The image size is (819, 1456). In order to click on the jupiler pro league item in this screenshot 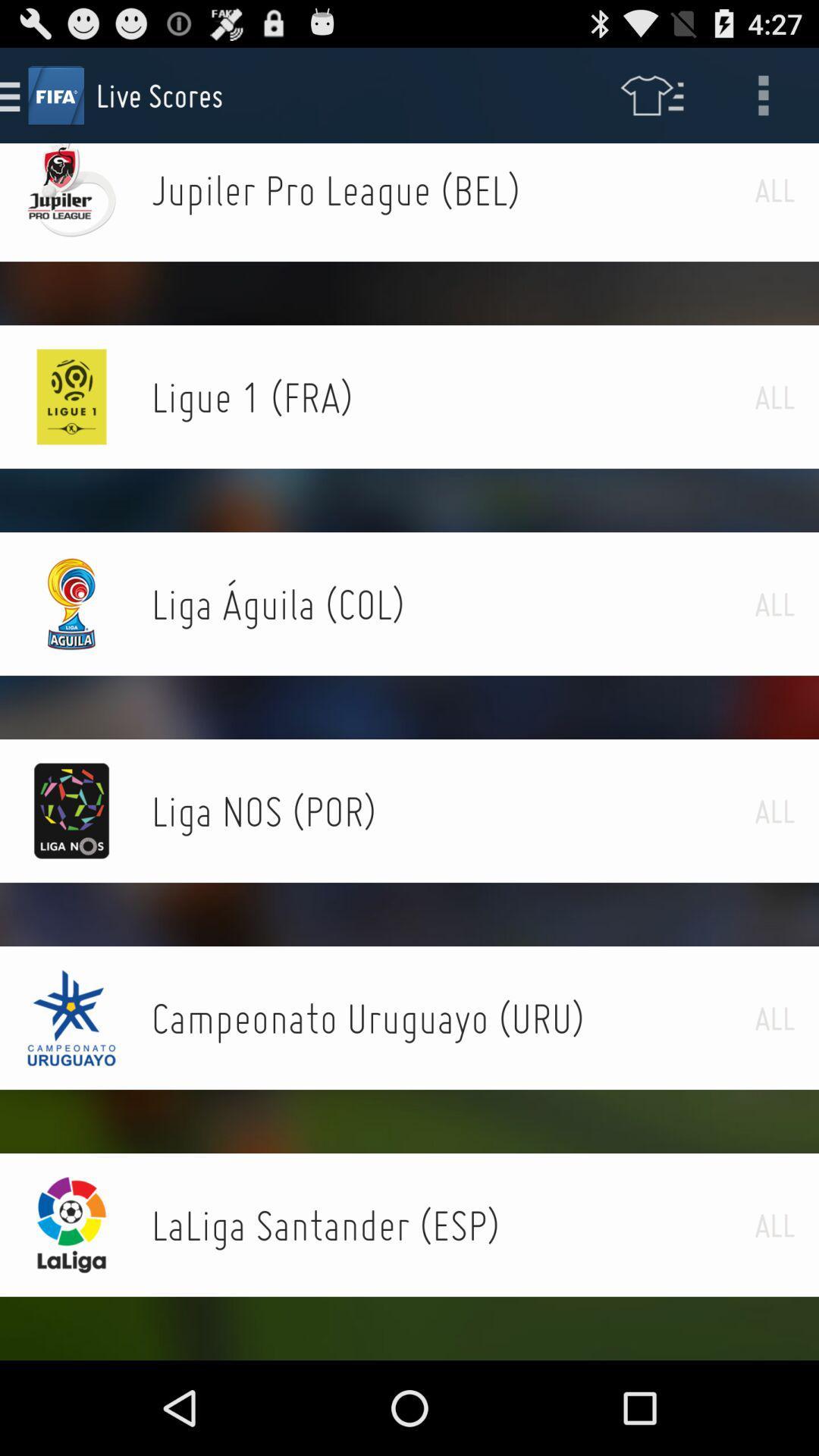, I will do `click(452, 189)`.